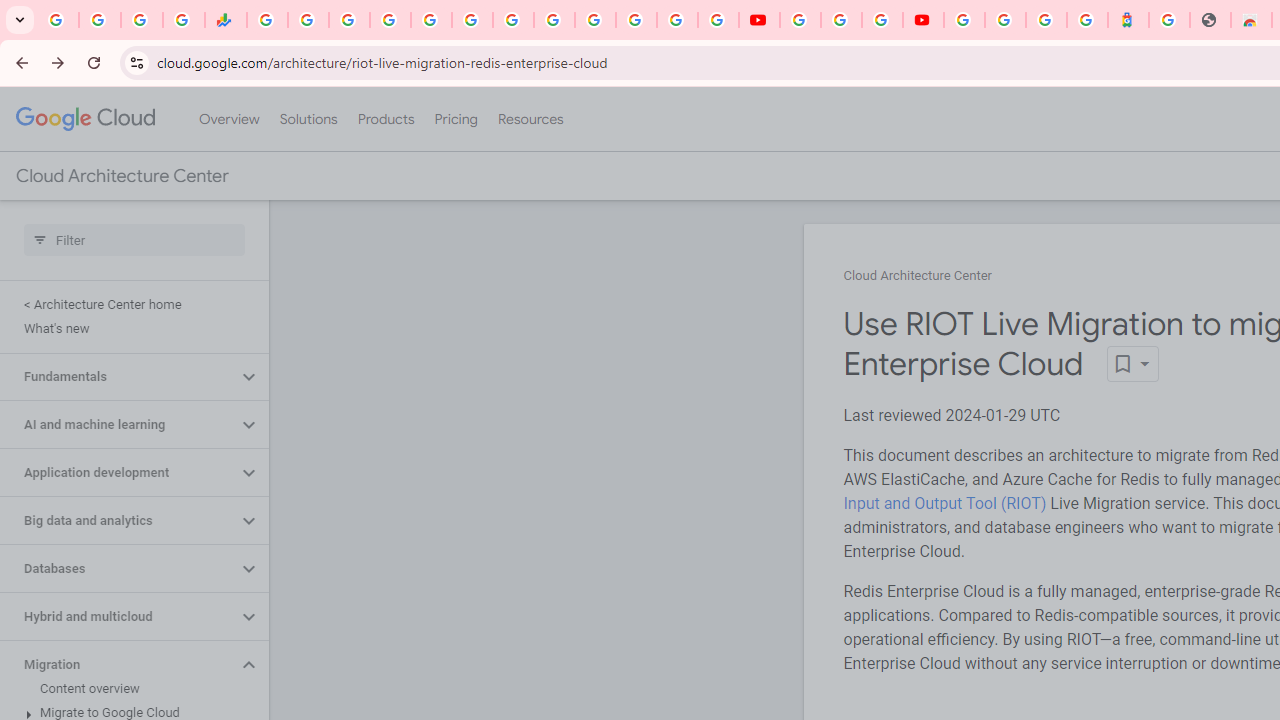 The width and height of the screenshot is (1280, 720). Describe the element at coordinates (1005, 20) in the screenshot. I see `'Sign in - Google Accounts'` at that location.